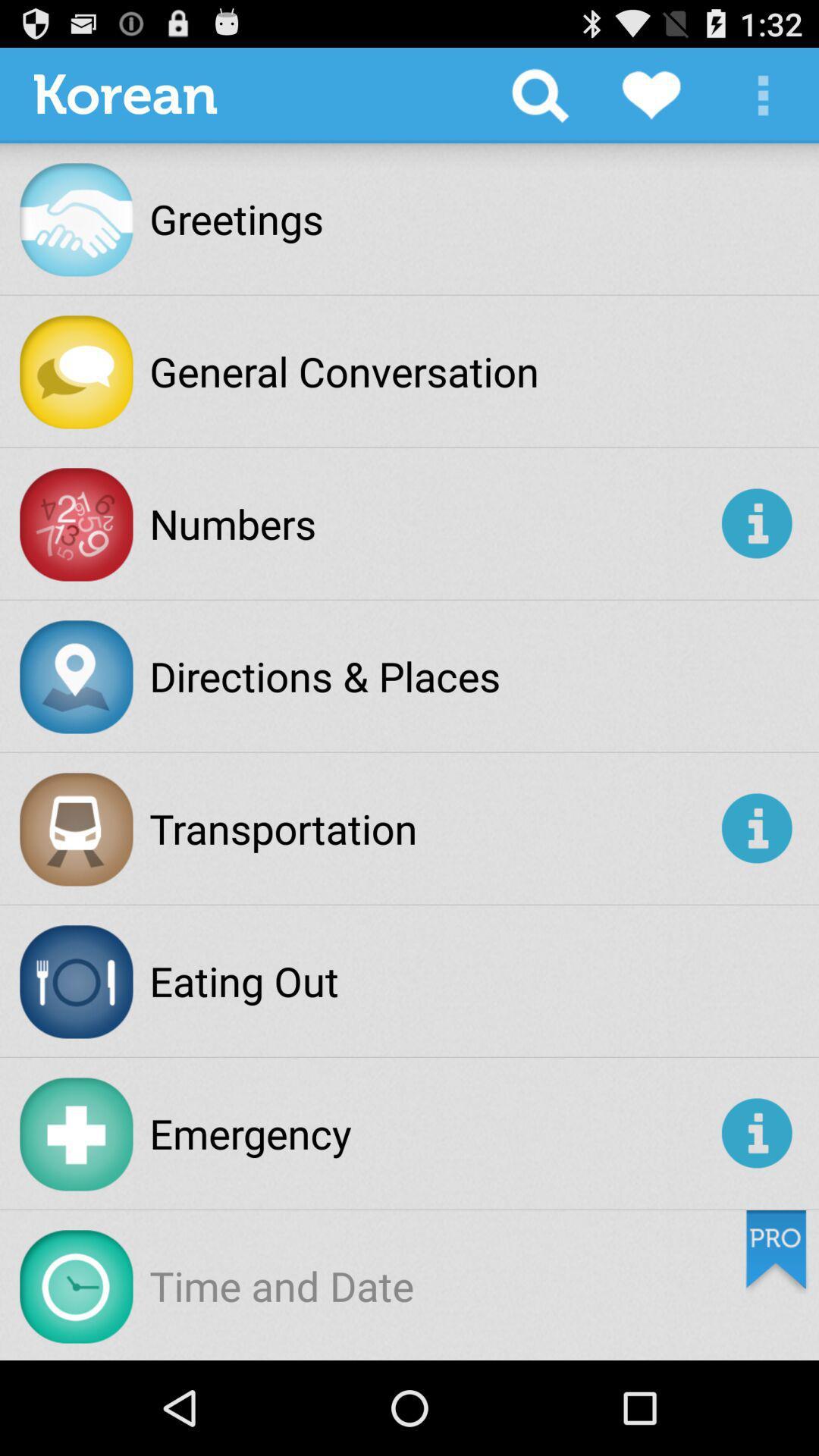 Image resolution: width=819 pixels, height=1456 pixels. What do you see at coordinates (432, 523) in the screenshot?
I see `the numbers icon` at bounding box center [432, 523].